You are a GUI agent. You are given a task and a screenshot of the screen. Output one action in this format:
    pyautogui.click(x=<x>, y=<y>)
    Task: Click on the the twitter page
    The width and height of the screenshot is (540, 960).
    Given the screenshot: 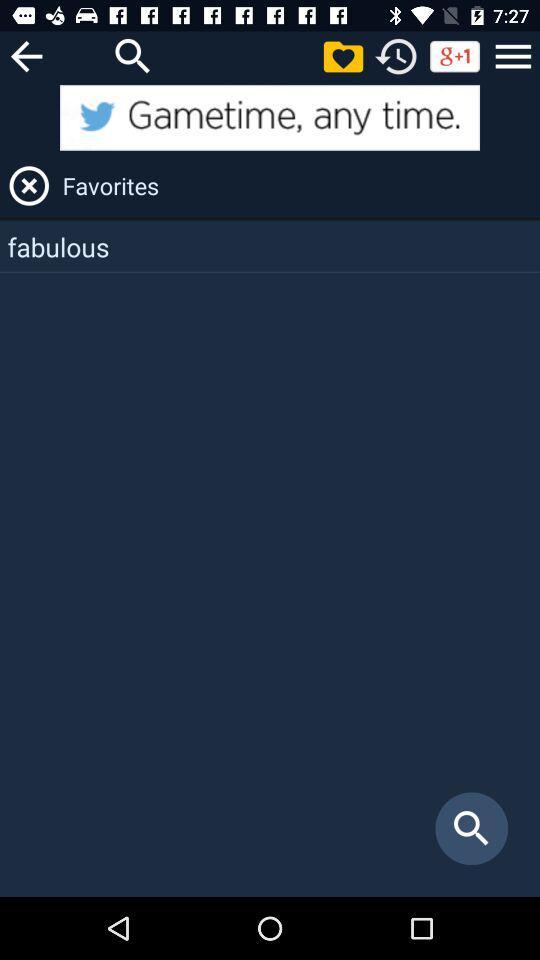 What is the action you would take?
    pyautogui.click(x=270, y=117)
    